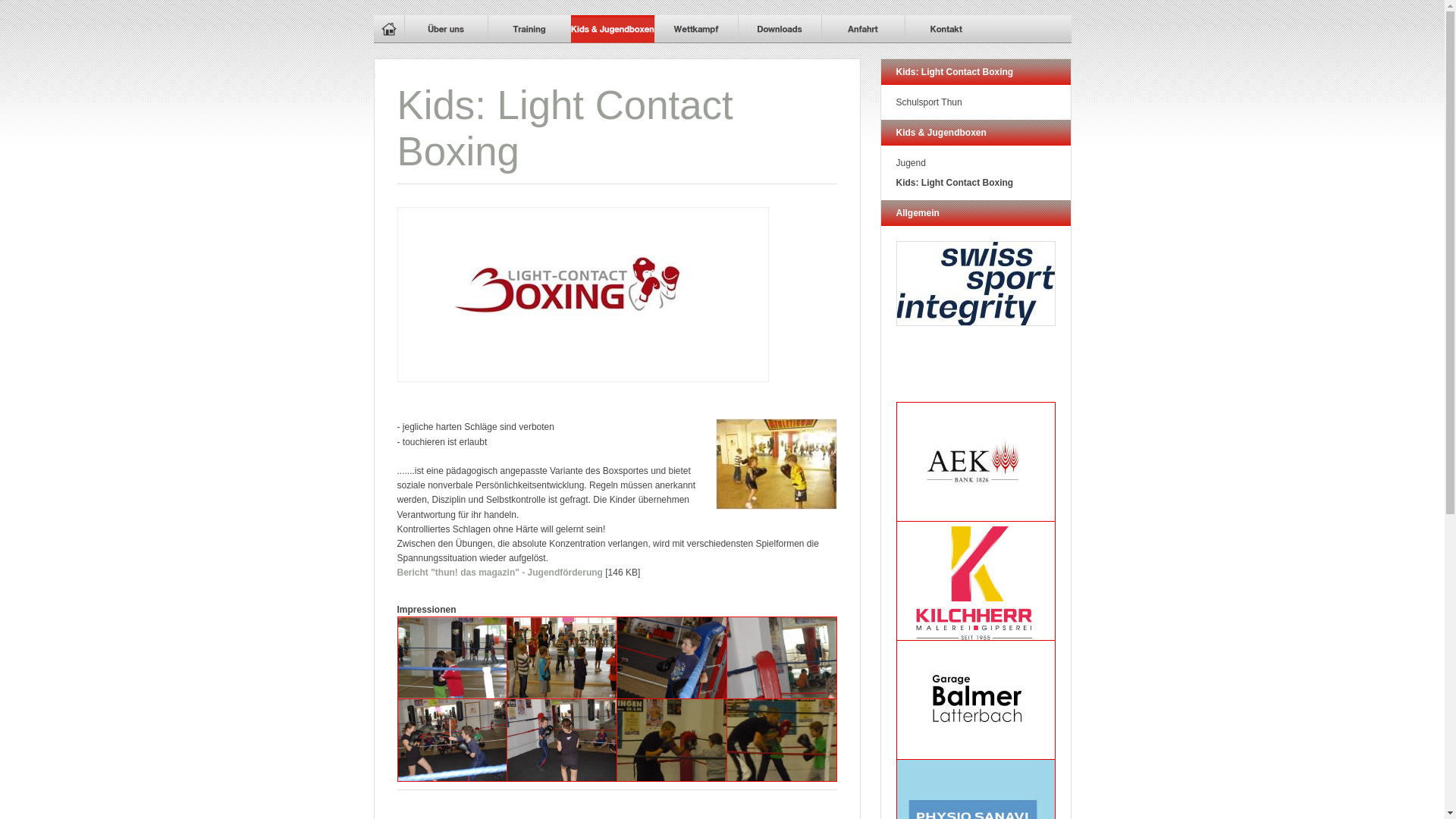  Describe the element at coordinates (880, 181) in the screenshot. I see `'Kids: Light Contact Boxing'` at that location.